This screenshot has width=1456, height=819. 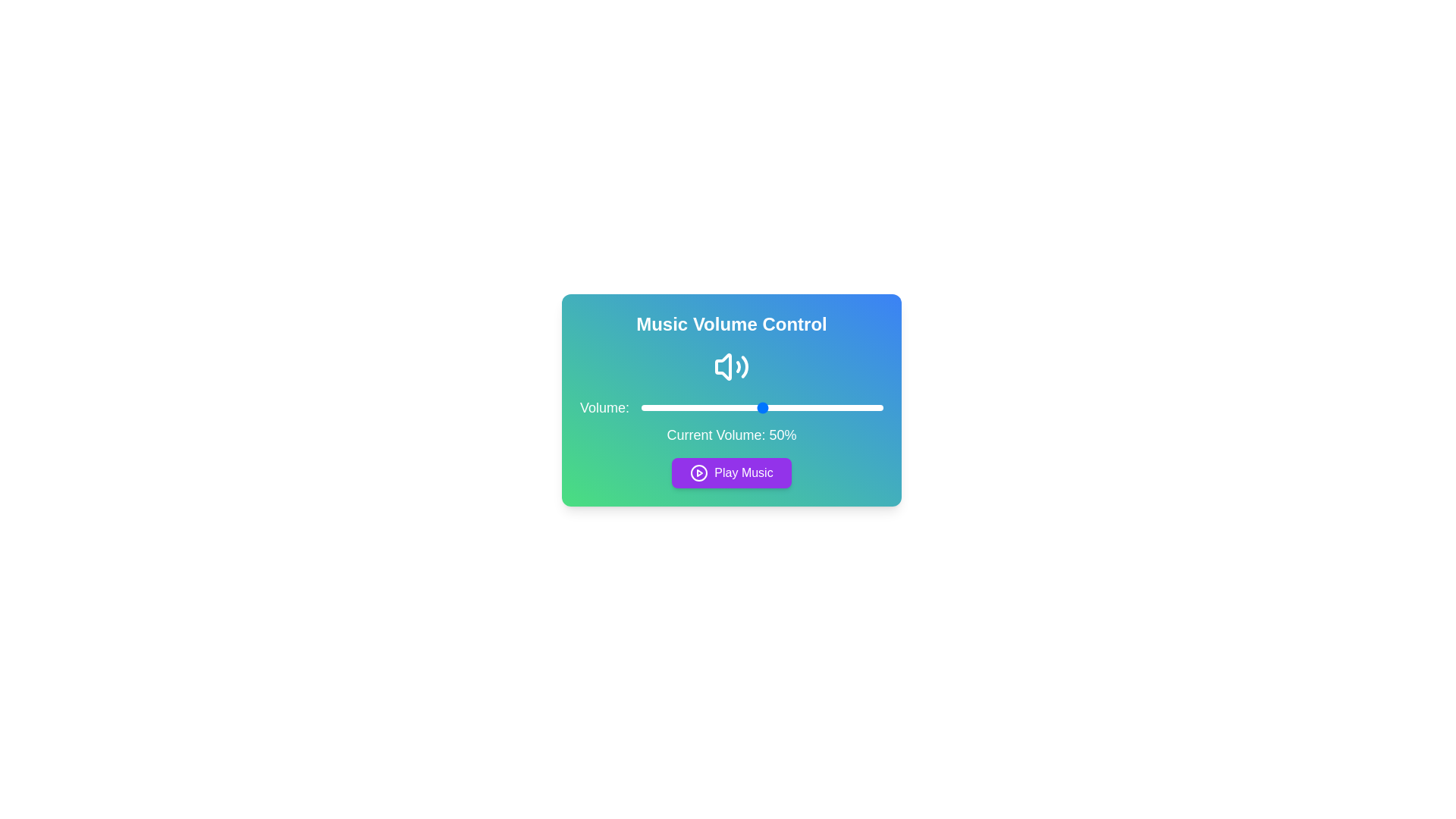 What do you see at coordinates (715, 406) in the screenshot?
I see `the volume slider to set the volume to 31%` at bounding box center [715, 406].